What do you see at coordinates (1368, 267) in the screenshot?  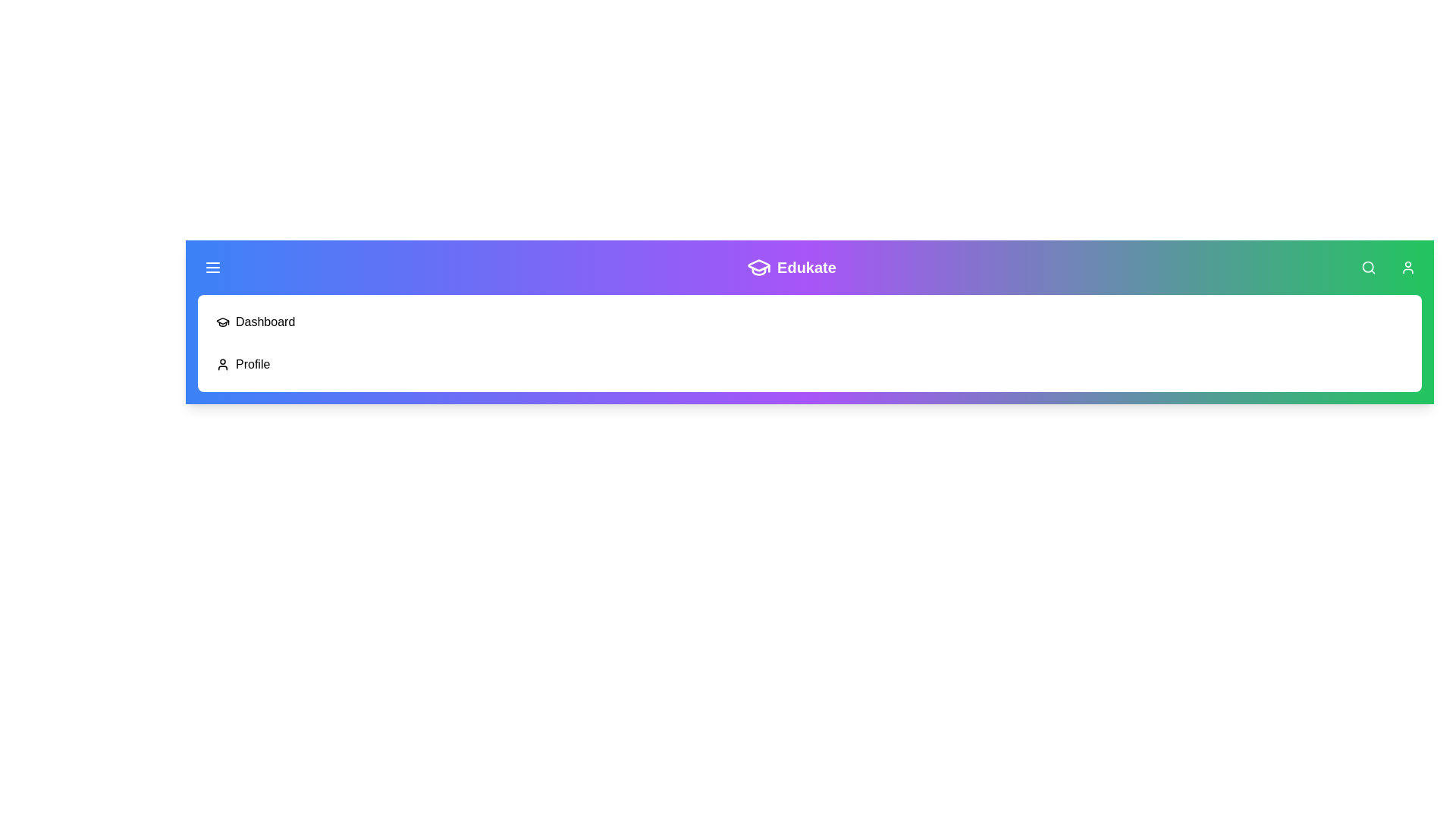 I see `the 'Search' icon in the ModernEducationAppBar` at bounding box center [1368, 267].